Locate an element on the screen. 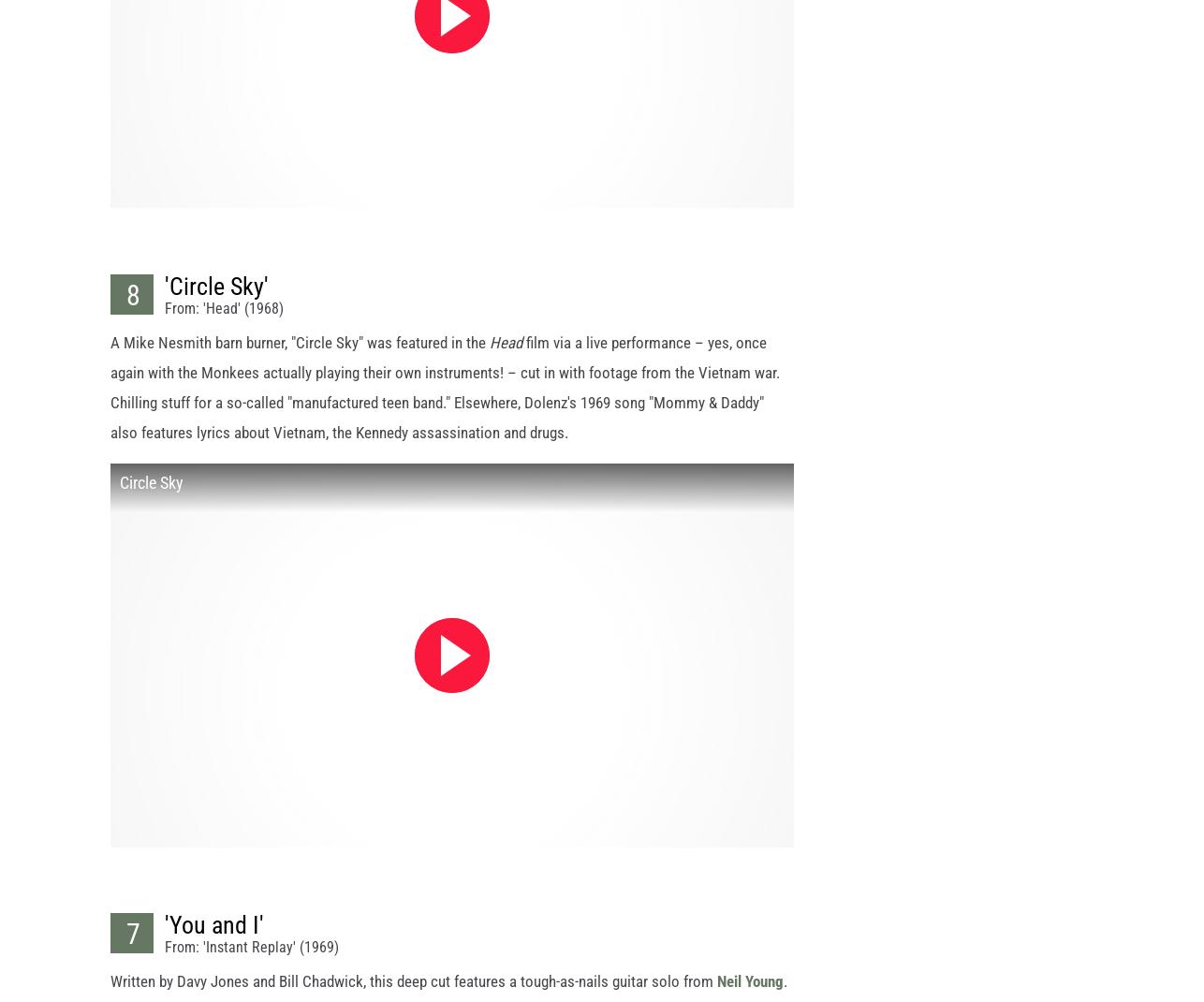 Image resolution: width=1204 pixels, height=1002 pixels. 'From: 'Instant Replay' (1969)' is located at coordinates (252, 963).